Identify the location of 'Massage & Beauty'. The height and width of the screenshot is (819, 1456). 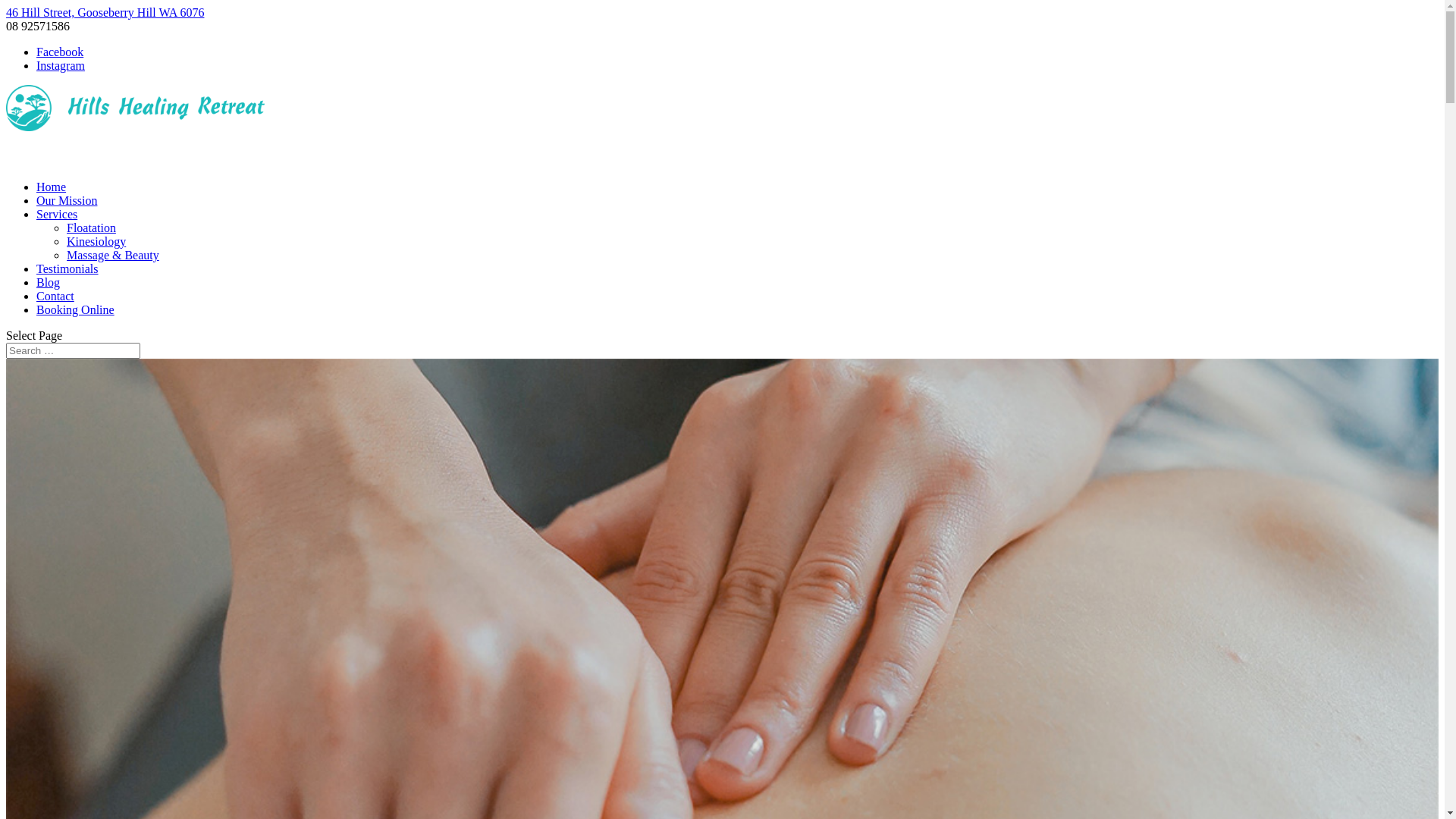
(111, 254).